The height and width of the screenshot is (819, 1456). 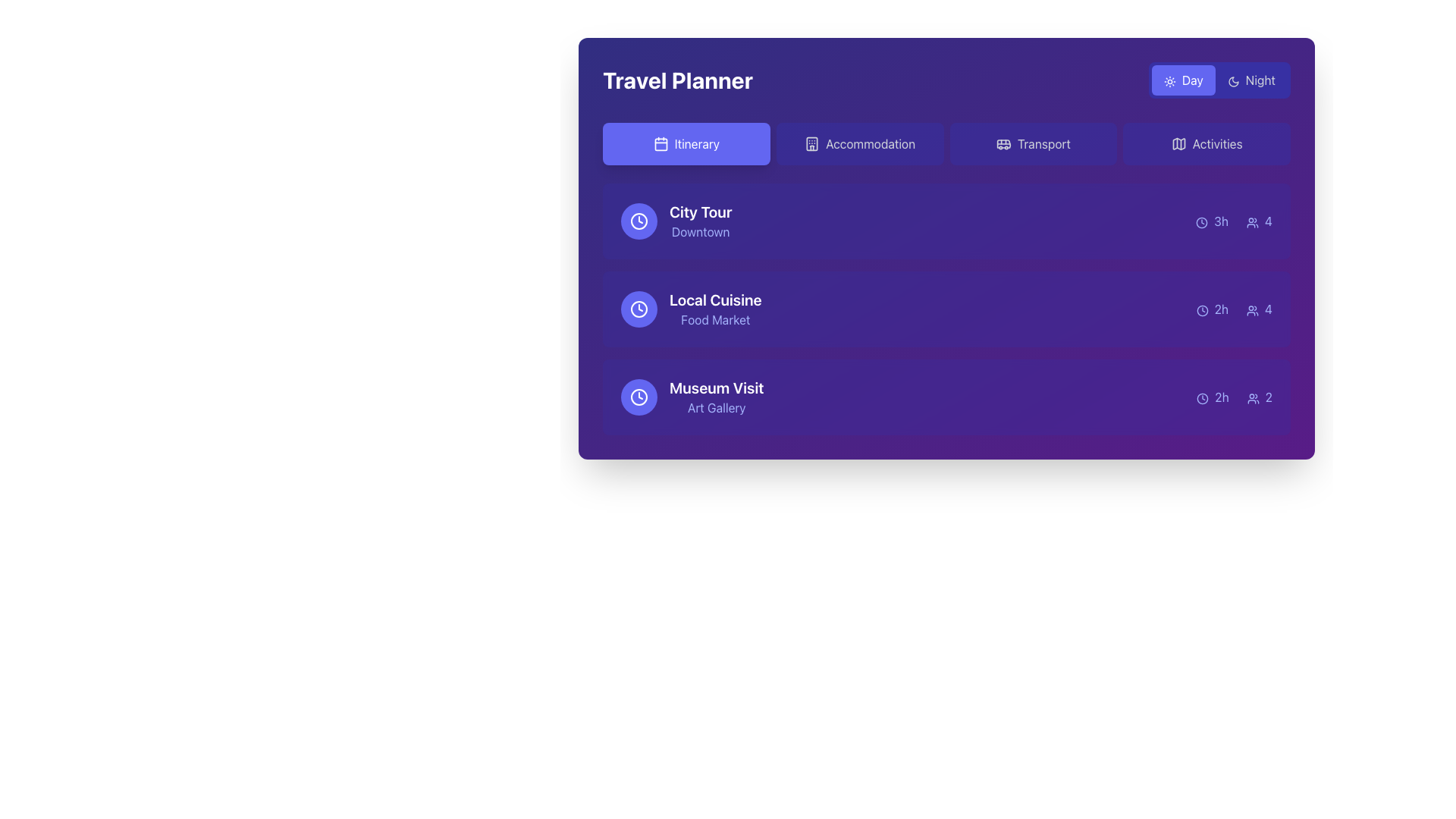 What do you see at coordinates (639, 397) in the screenshot?
I see `the circular clock icon located on the left side of the 'Museum Visit' text, which indicates time and participant count` at bounding box center [639, 397].